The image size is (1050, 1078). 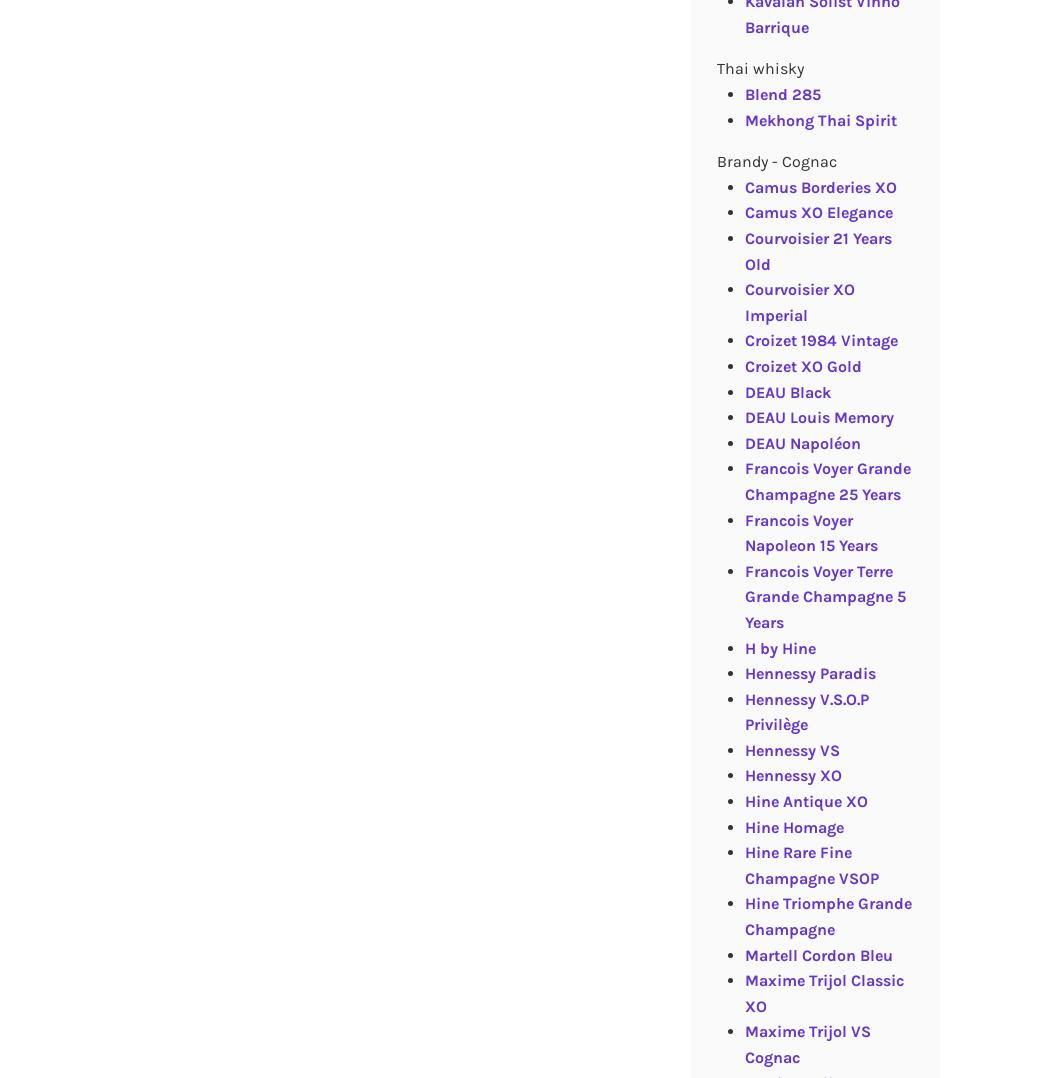 I want to click on 'Maxime Trijol VS Cognac', so click(x=806, y=1044).